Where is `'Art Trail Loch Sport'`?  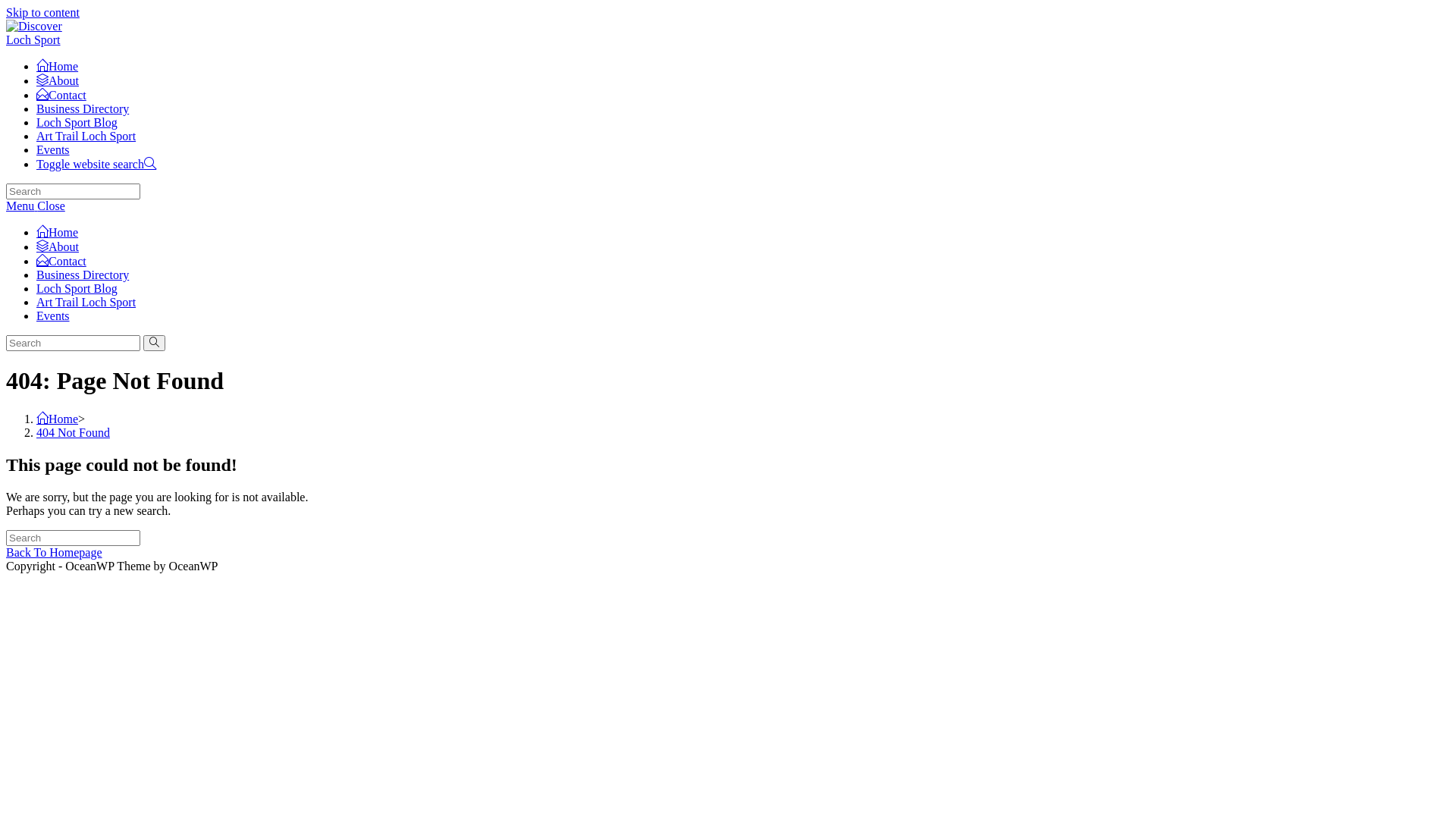 'Art Trail Loch Sport' is located at coordinates (85, 302).